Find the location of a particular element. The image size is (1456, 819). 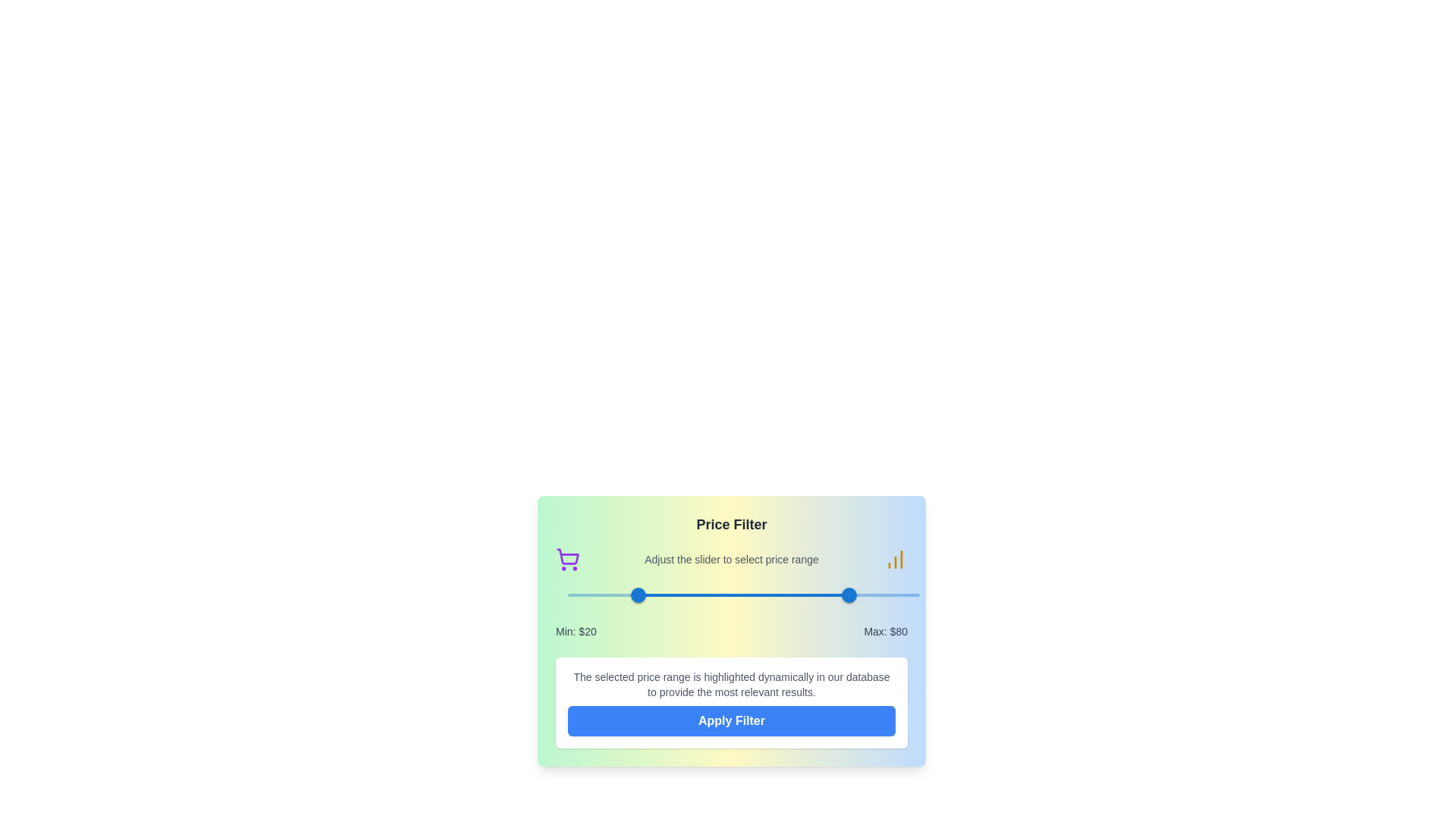

the static textual content that provides supplementary information about the price filter settings, located just above the 'Apply Filter' button inside a white, rounded, shadowed box at the bottom center of the interface is located at coordinates (731, 684).